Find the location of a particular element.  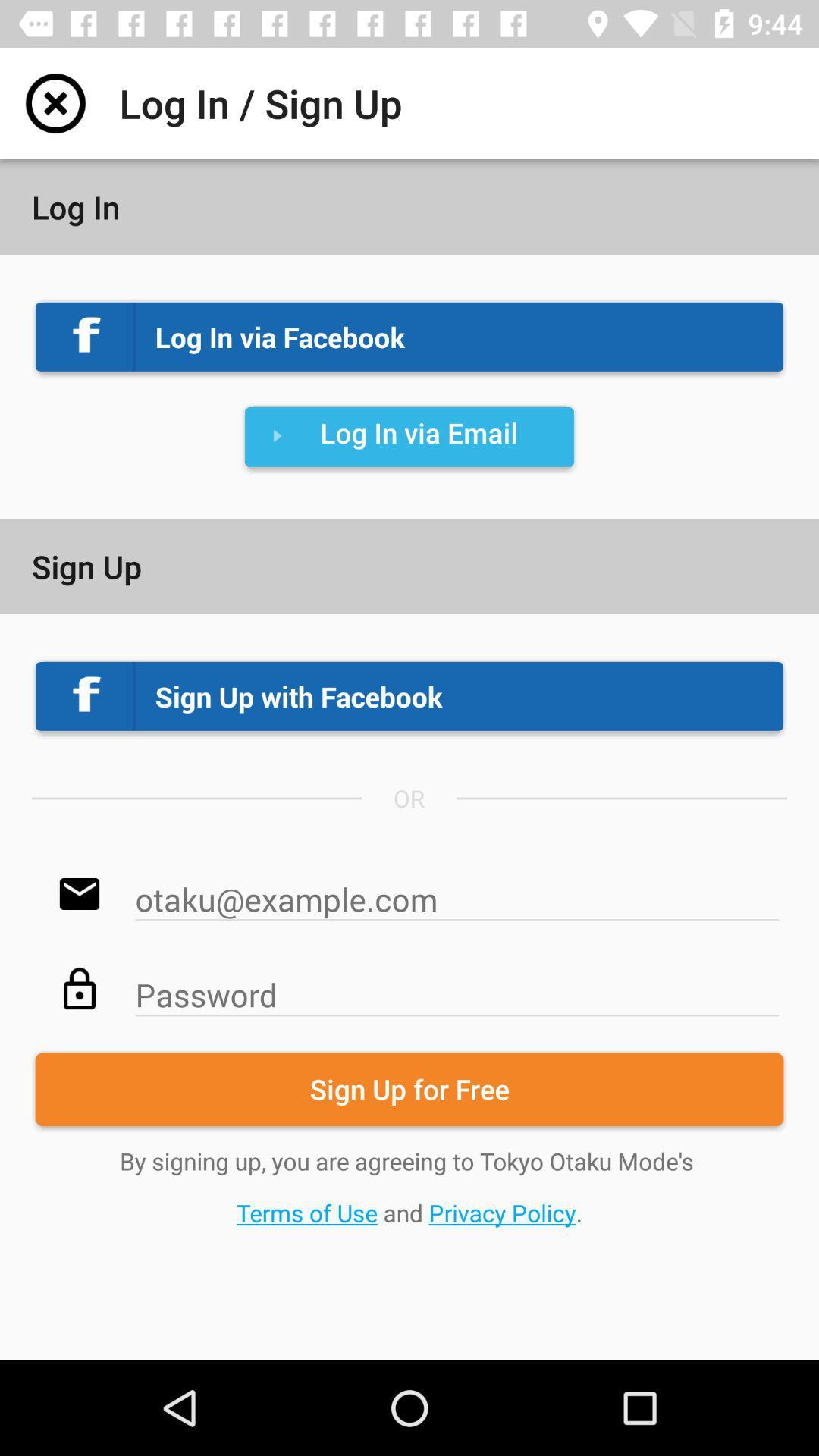

email option is located at coordinates (456, 891).